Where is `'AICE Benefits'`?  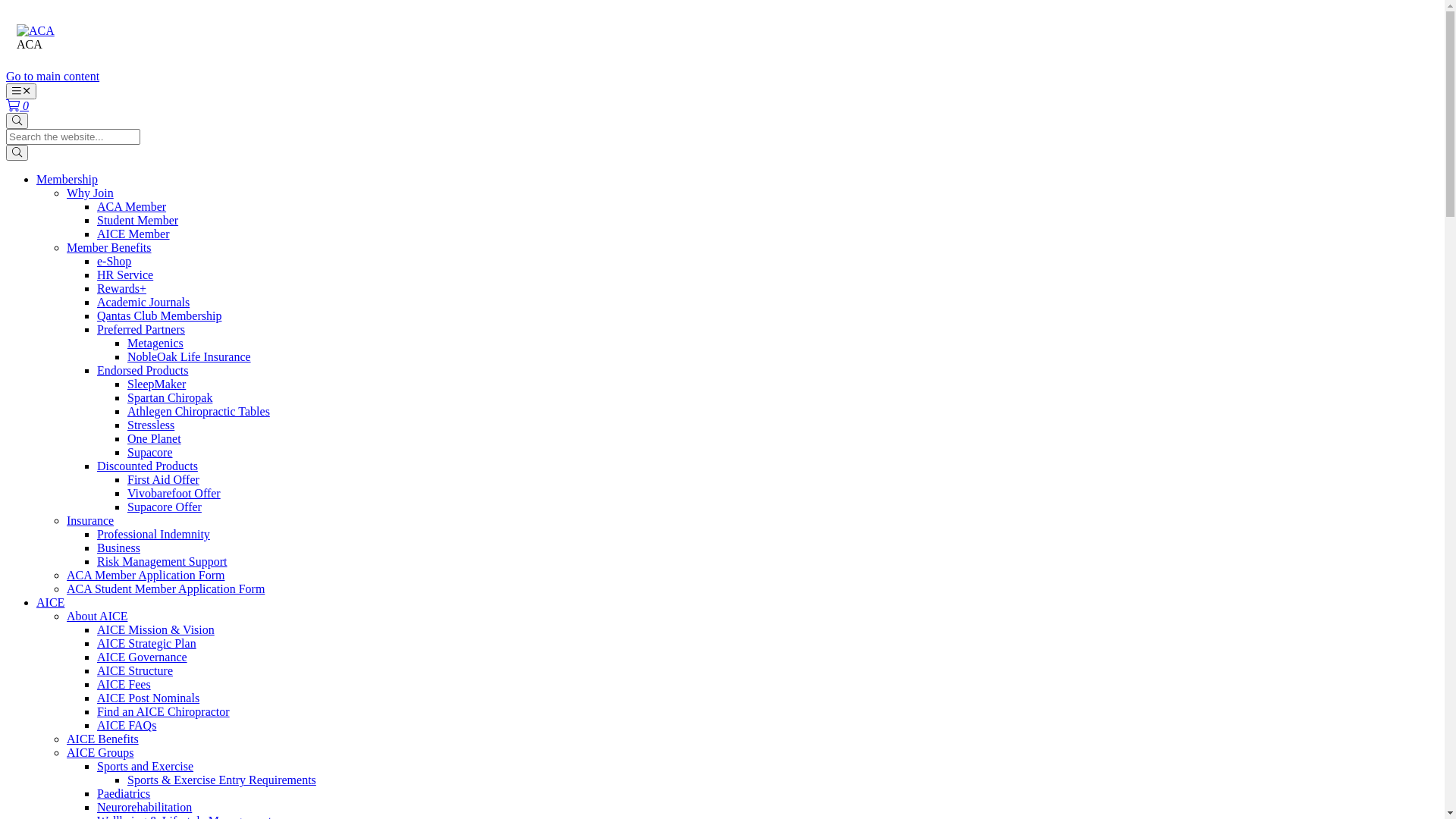
'AICE Benefits' is located at coordinates (102, 738).